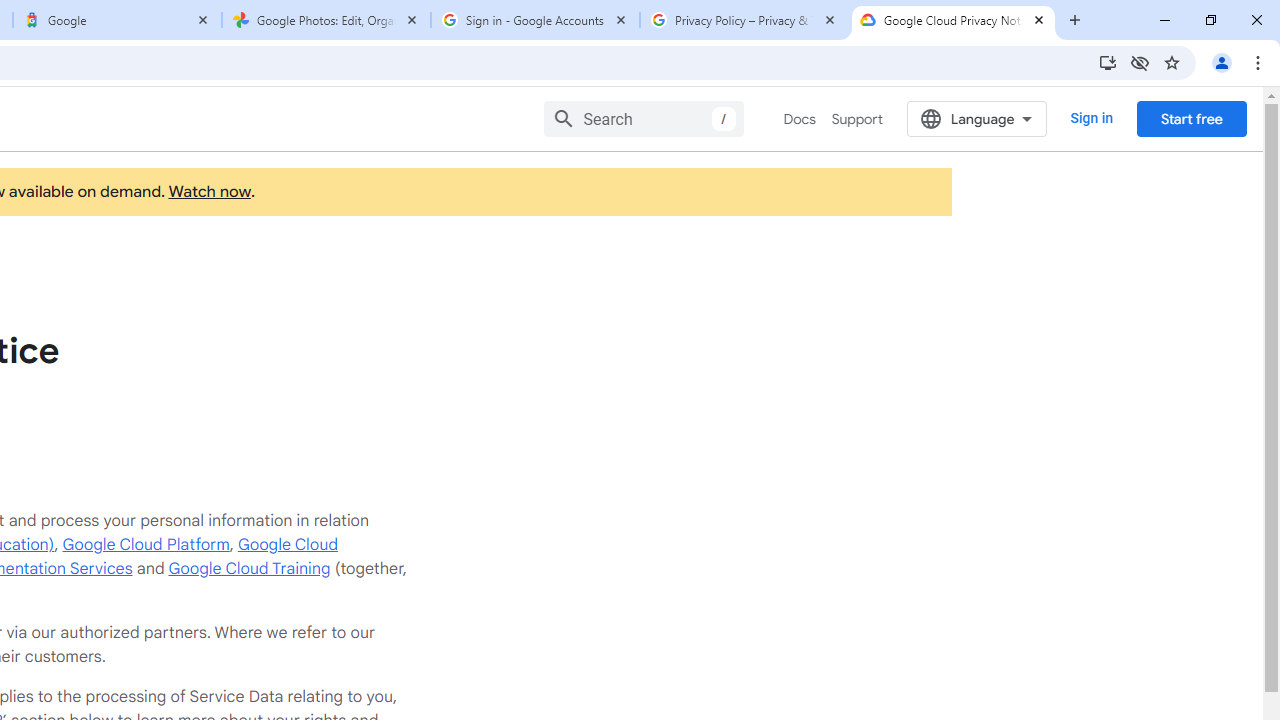 This screenshot has width=1280, height=720. What do you see at coordinates (952, 20) in the screenshot?
I see `'Google Cloud Privacy Notice'` at bounding box center [952, 20].